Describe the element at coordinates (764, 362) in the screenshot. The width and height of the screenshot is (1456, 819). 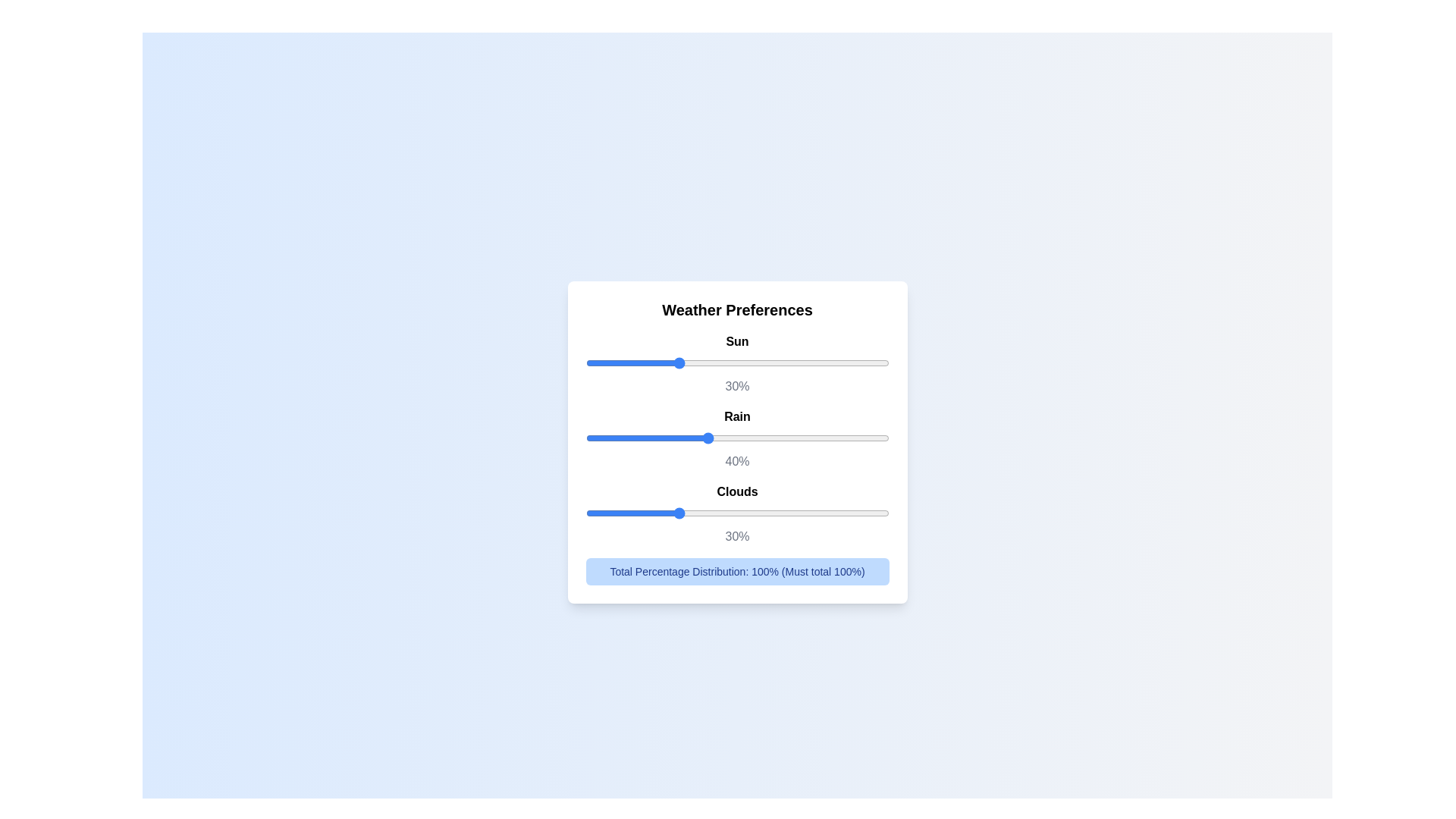
I see `the slider for 0 to set the percentage to 9` at that location.